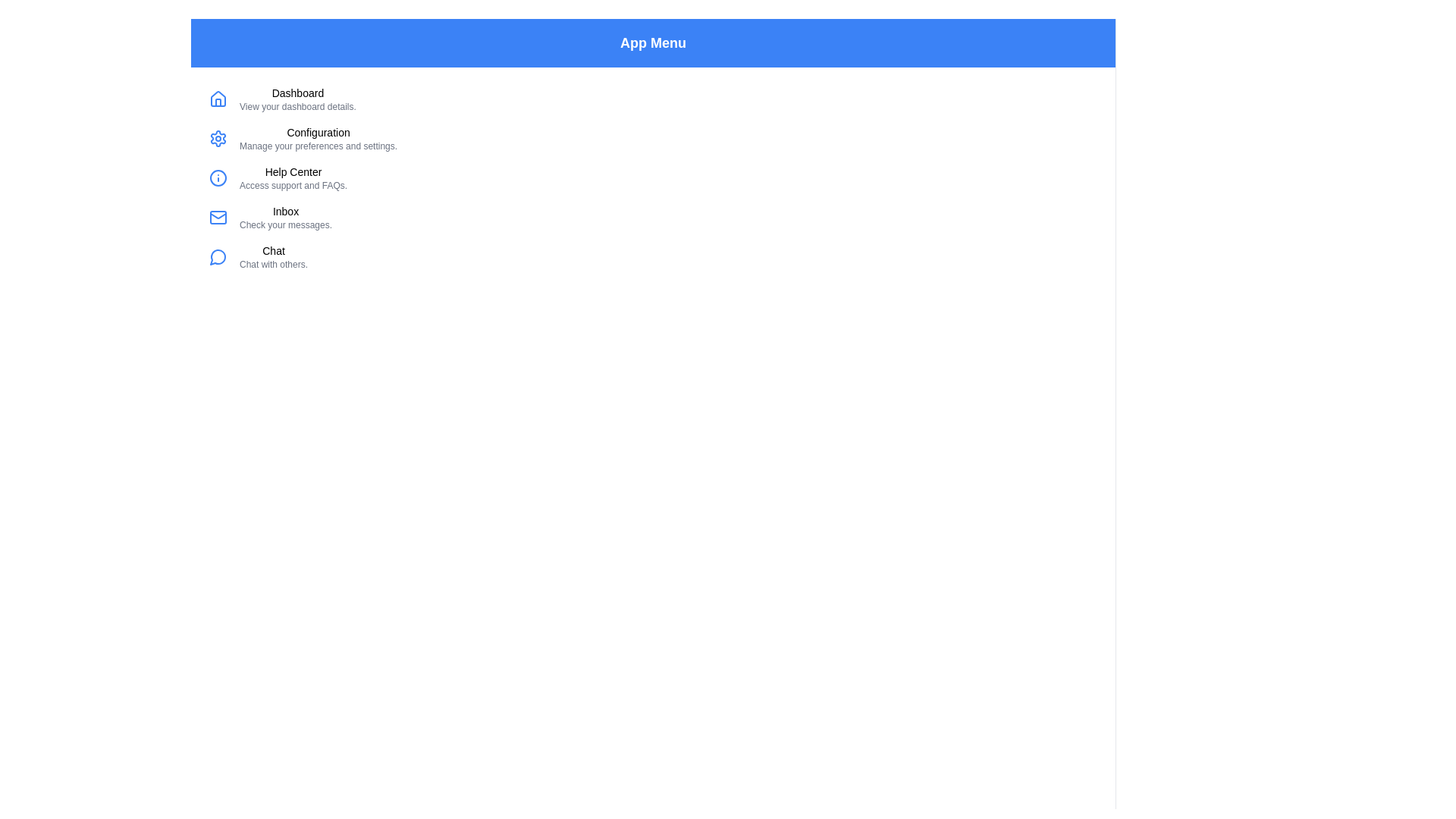  Describe the element at coordinates (318, 131) in the screenshot. I see `the 'Configuration' text label, which is a bold heading located above the subtext 'Manage your preferences and settings' in the menu layout` at that location.